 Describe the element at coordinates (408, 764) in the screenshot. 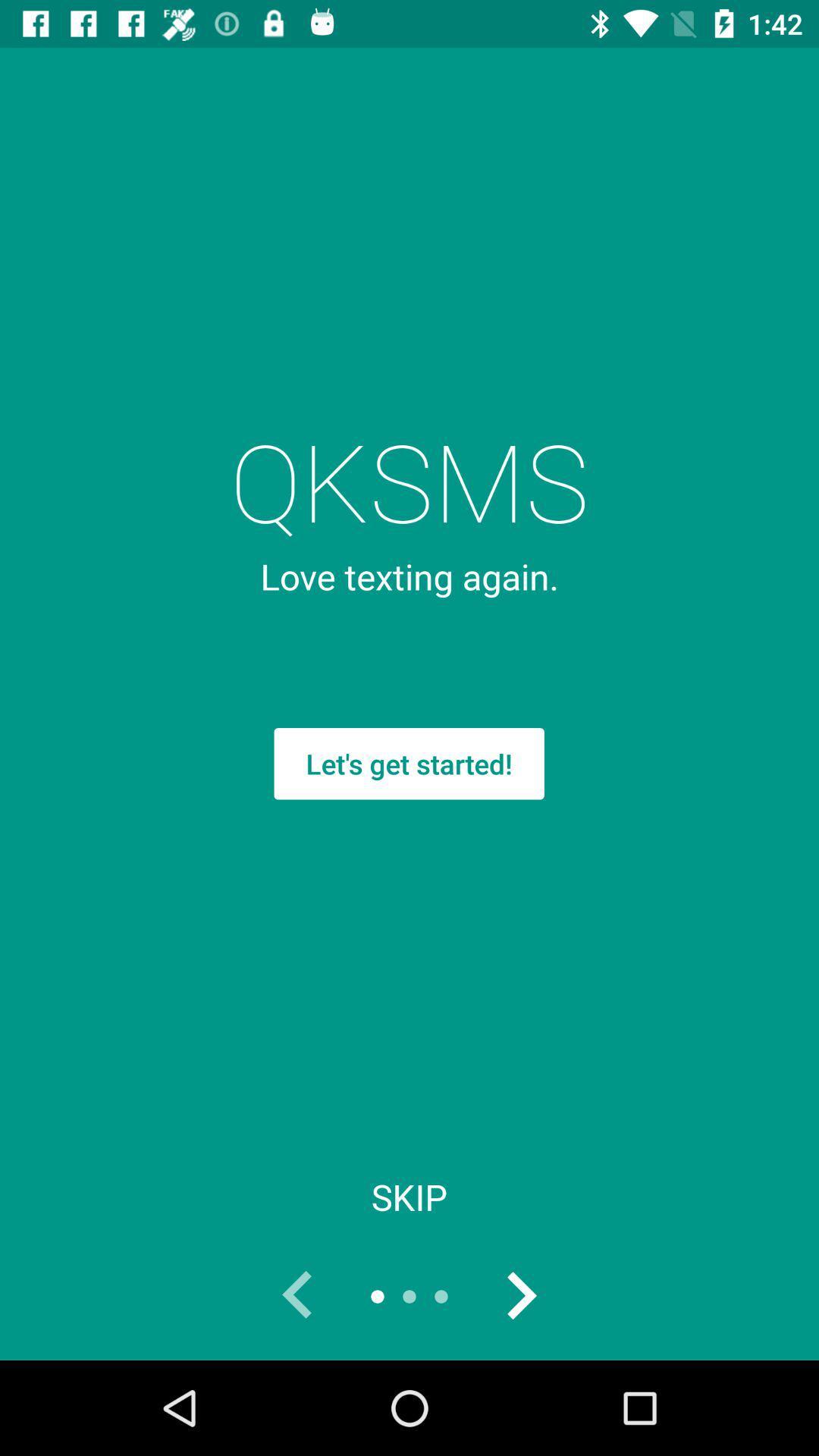

I see `icon above skip icon` at that location.